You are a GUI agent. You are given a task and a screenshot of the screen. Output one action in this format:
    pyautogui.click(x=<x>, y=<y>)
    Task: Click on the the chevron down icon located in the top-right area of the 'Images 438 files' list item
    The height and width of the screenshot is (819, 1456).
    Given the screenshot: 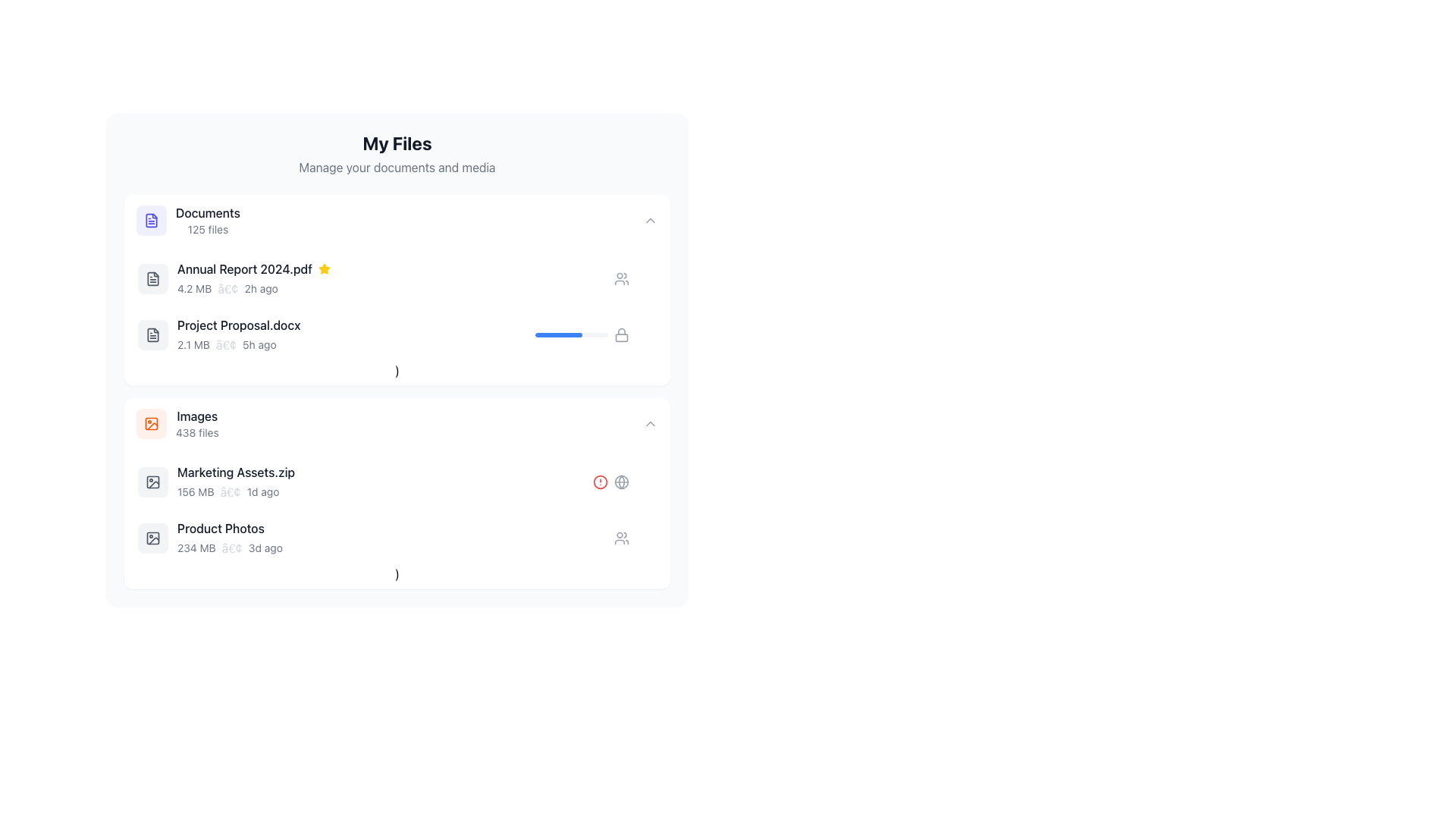 What is the action you would take?
    pyautogui.click(x=651, y=424)
    